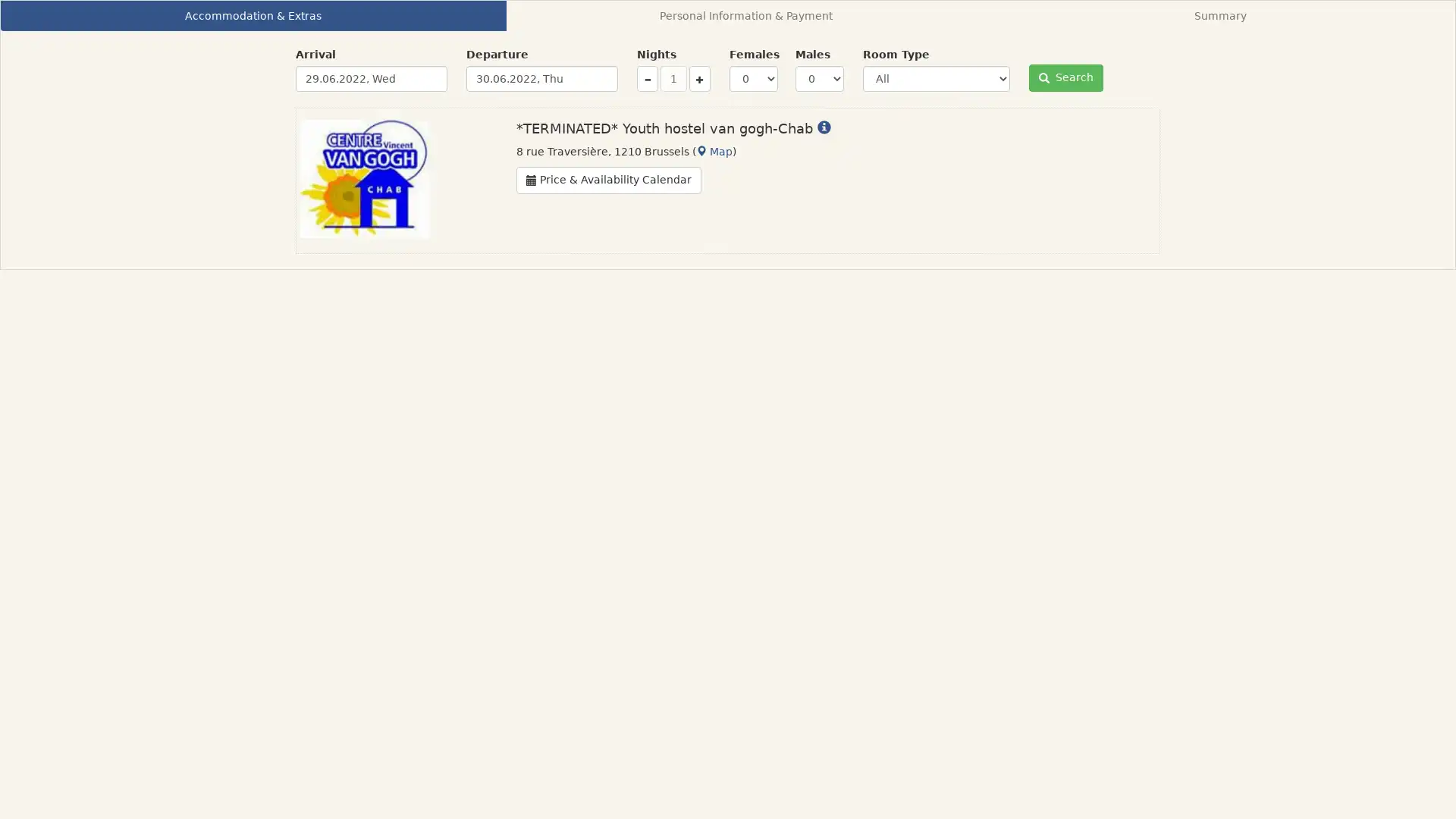 The height and width of the screenshot is (819, 1456). What do you see at coordinates (698, 79) in the screenshot?
I see `Nights` at bounding box center [698, 79].